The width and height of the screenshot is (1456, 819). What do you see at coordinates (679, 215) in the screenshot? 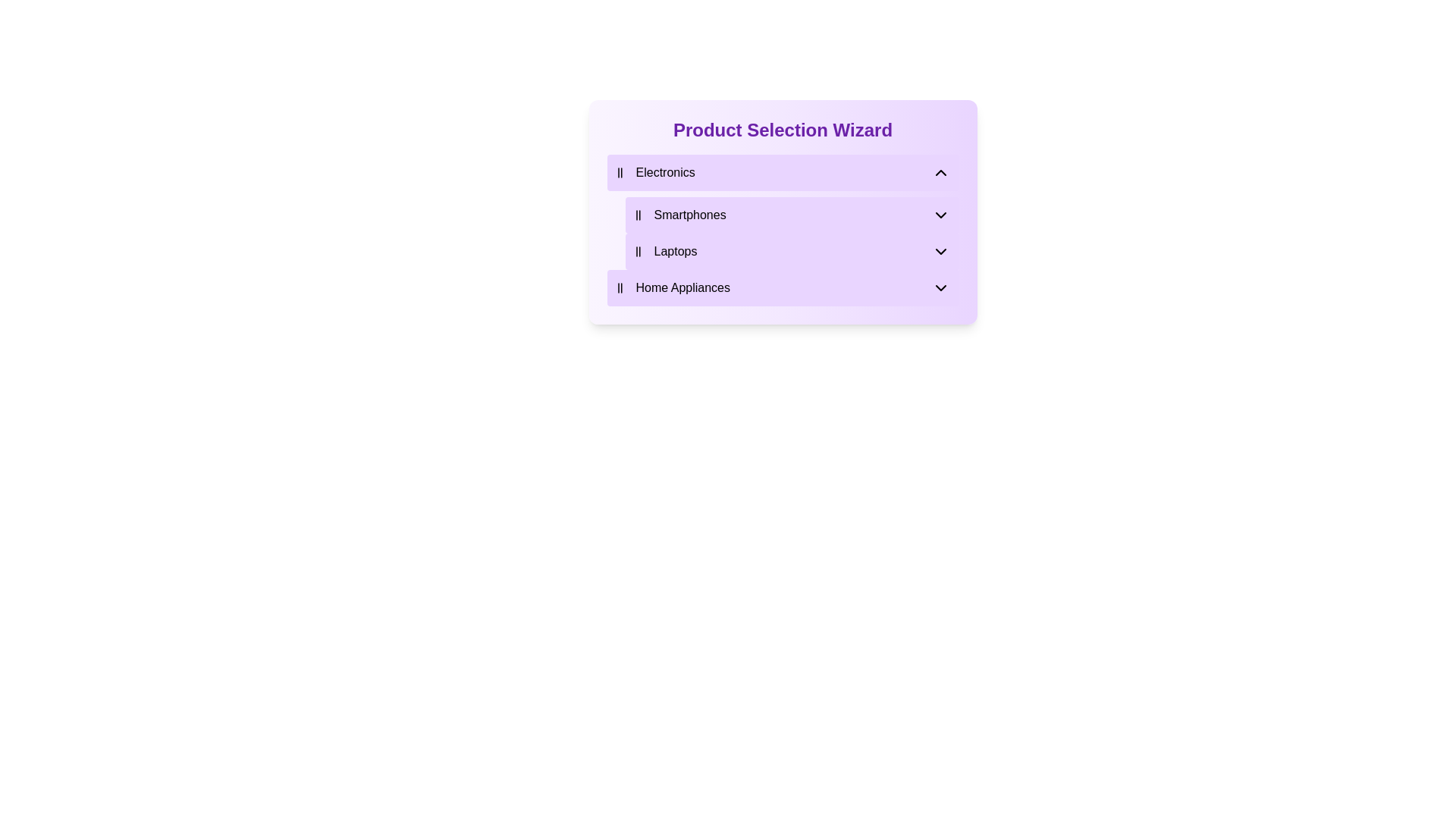
I see `label 'Smartphones' with accompanying icon on a light purple background, located under the 'Electronics' category, between 'Laptops' and 'Home Appliances'` at bounding box center [679, 215].